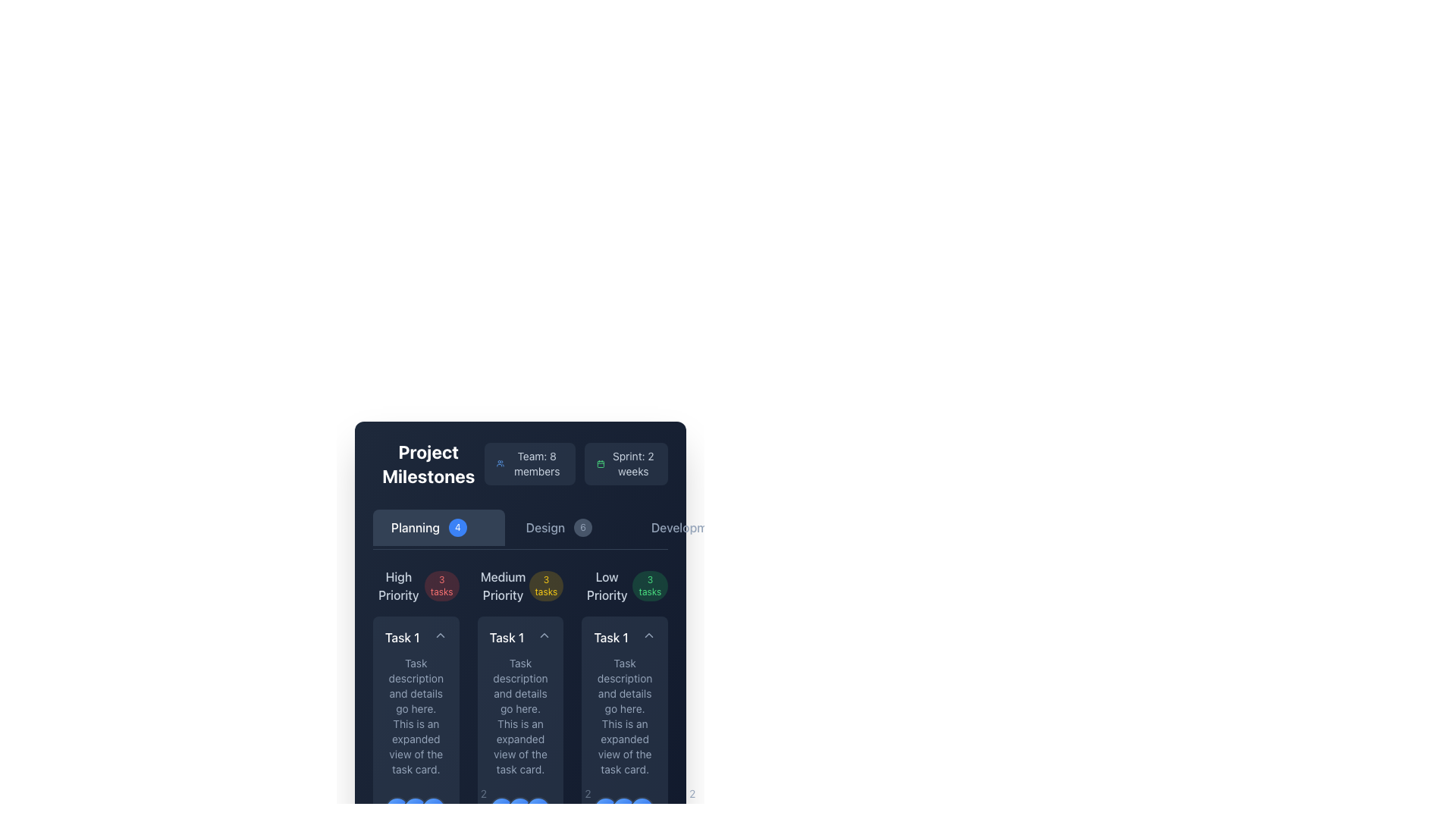 This screenshot has width=1456, height=819. Describe the element at coordinates (402, 637) in the screenshot. I see `the text label that displays the title of a specific task in the 'High Priority' column under the 'Planning' section of the 'Project Milestones' area` at that location.